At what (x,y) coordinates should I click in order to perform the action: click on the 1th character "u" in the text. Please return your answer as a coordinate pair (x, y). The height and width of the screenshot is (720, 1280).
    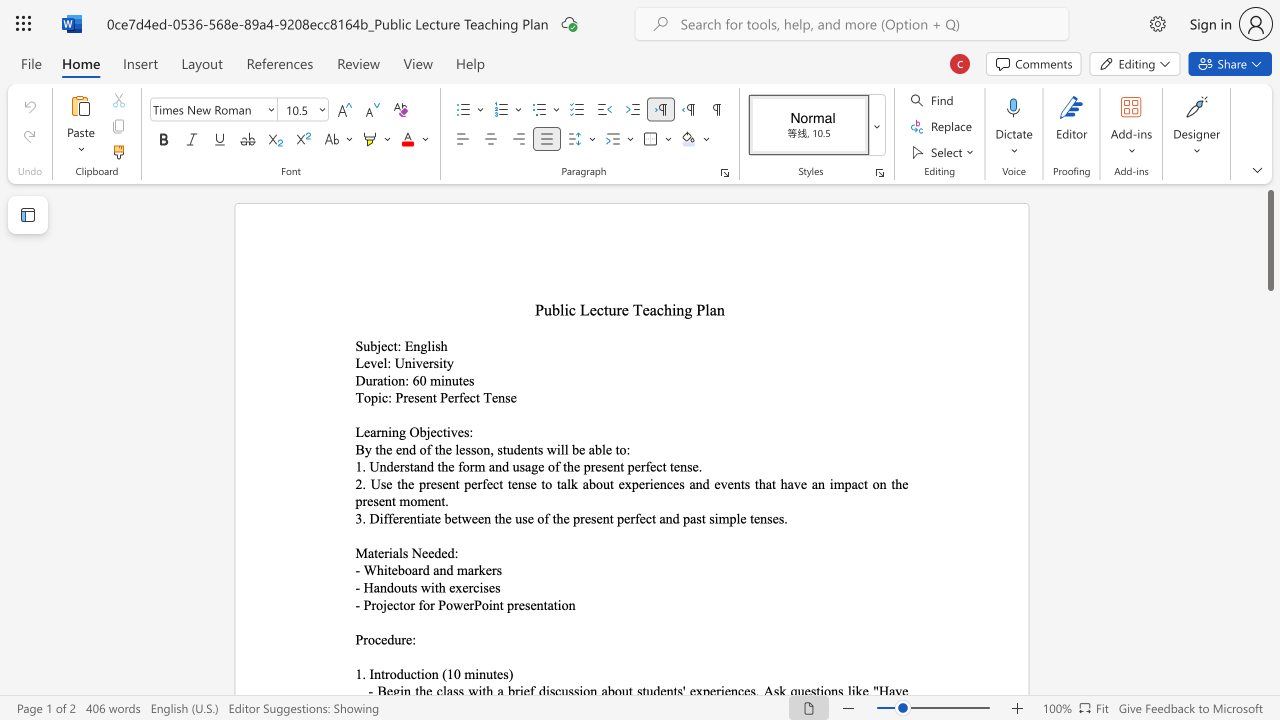
    Looking at the image, I should click on (406, 674).